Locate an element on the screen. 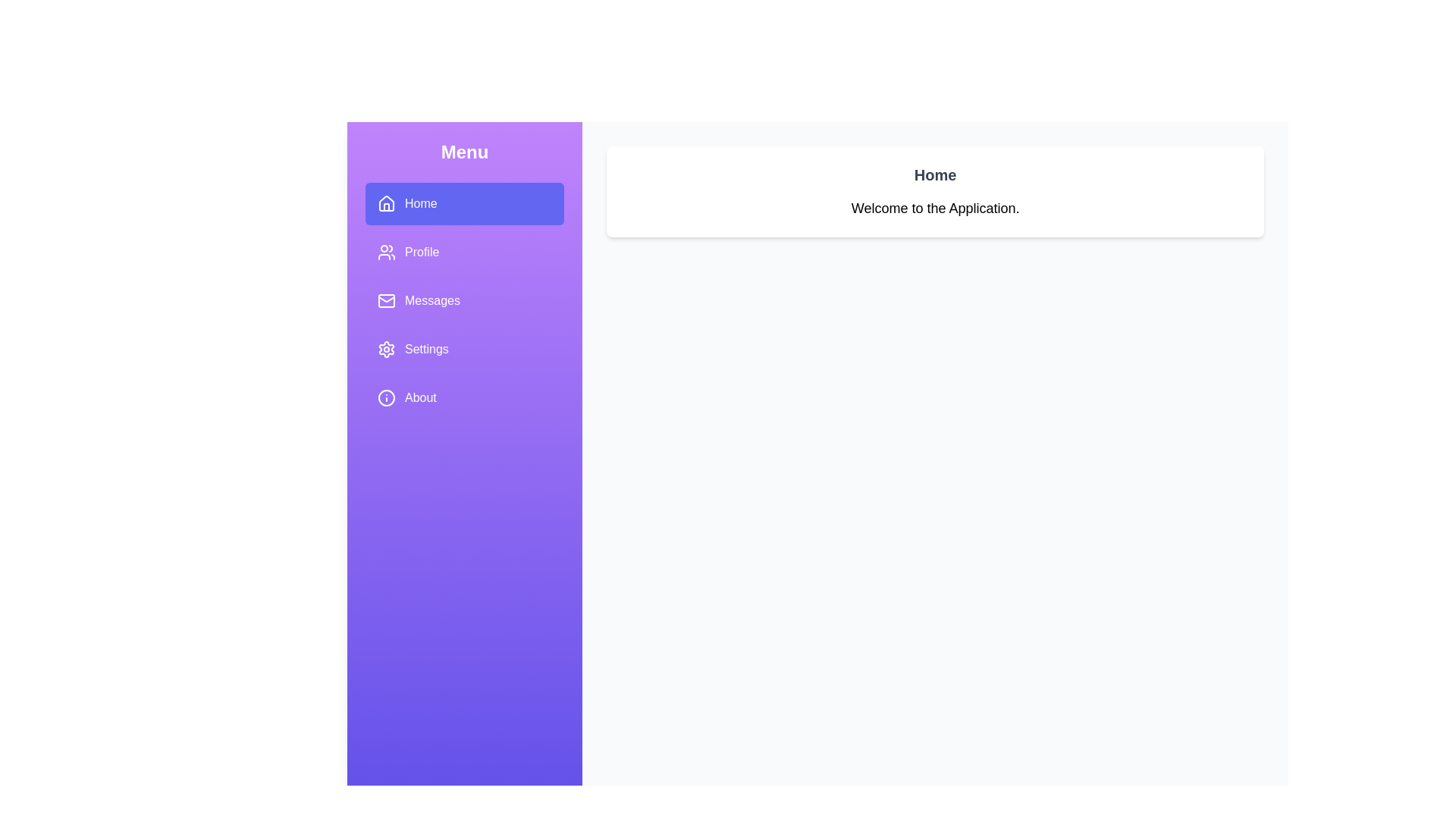 This screenshot has width=1456, height=819. the 'About' menu item, which is the fifth option in the sidebar menu is located at coordinates (464, 397).